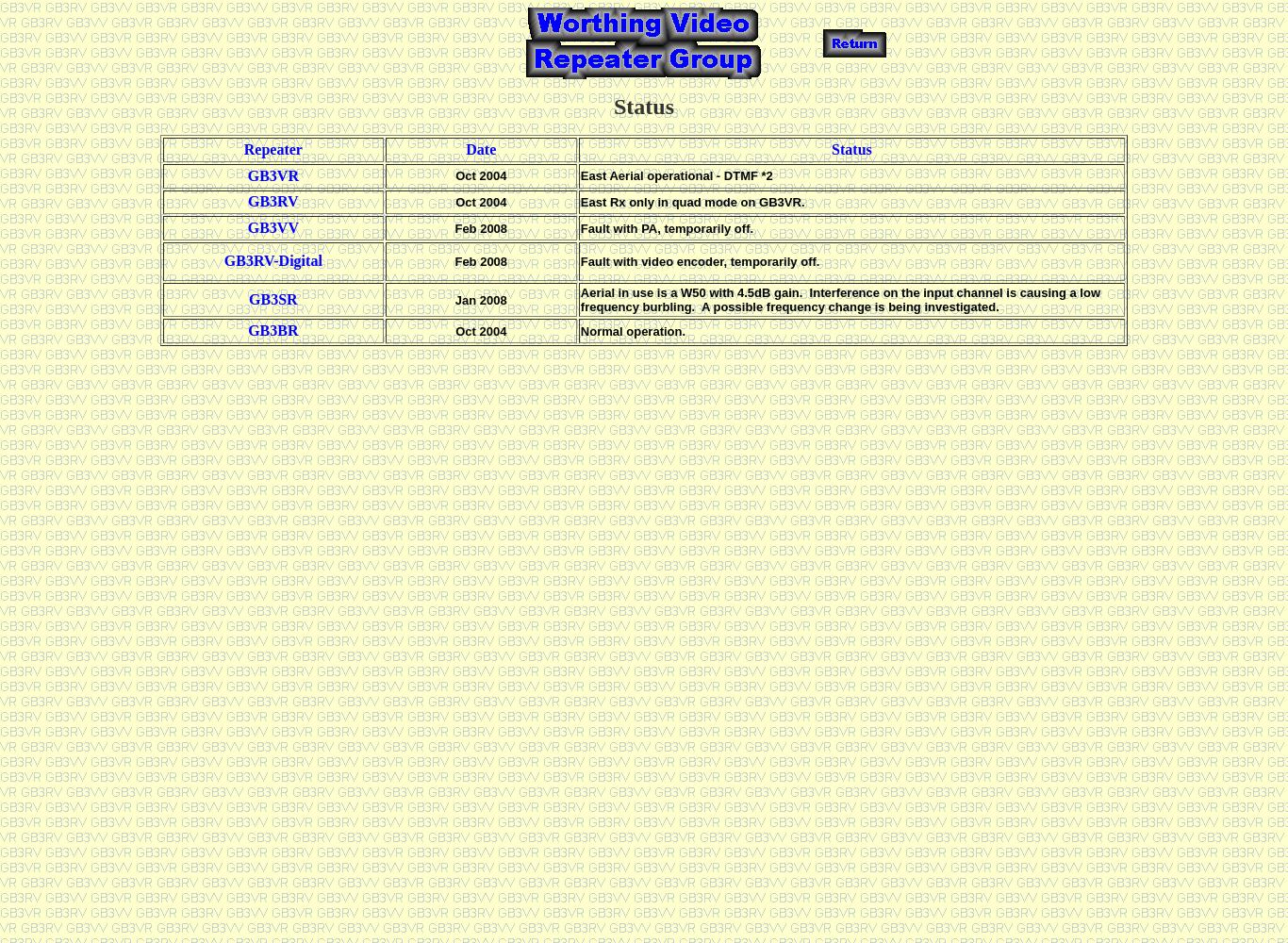  Describe the element at coordinates (676, 175) in the screenshot. I see `'East Aerial
operational - DTMF *2'` at that location.